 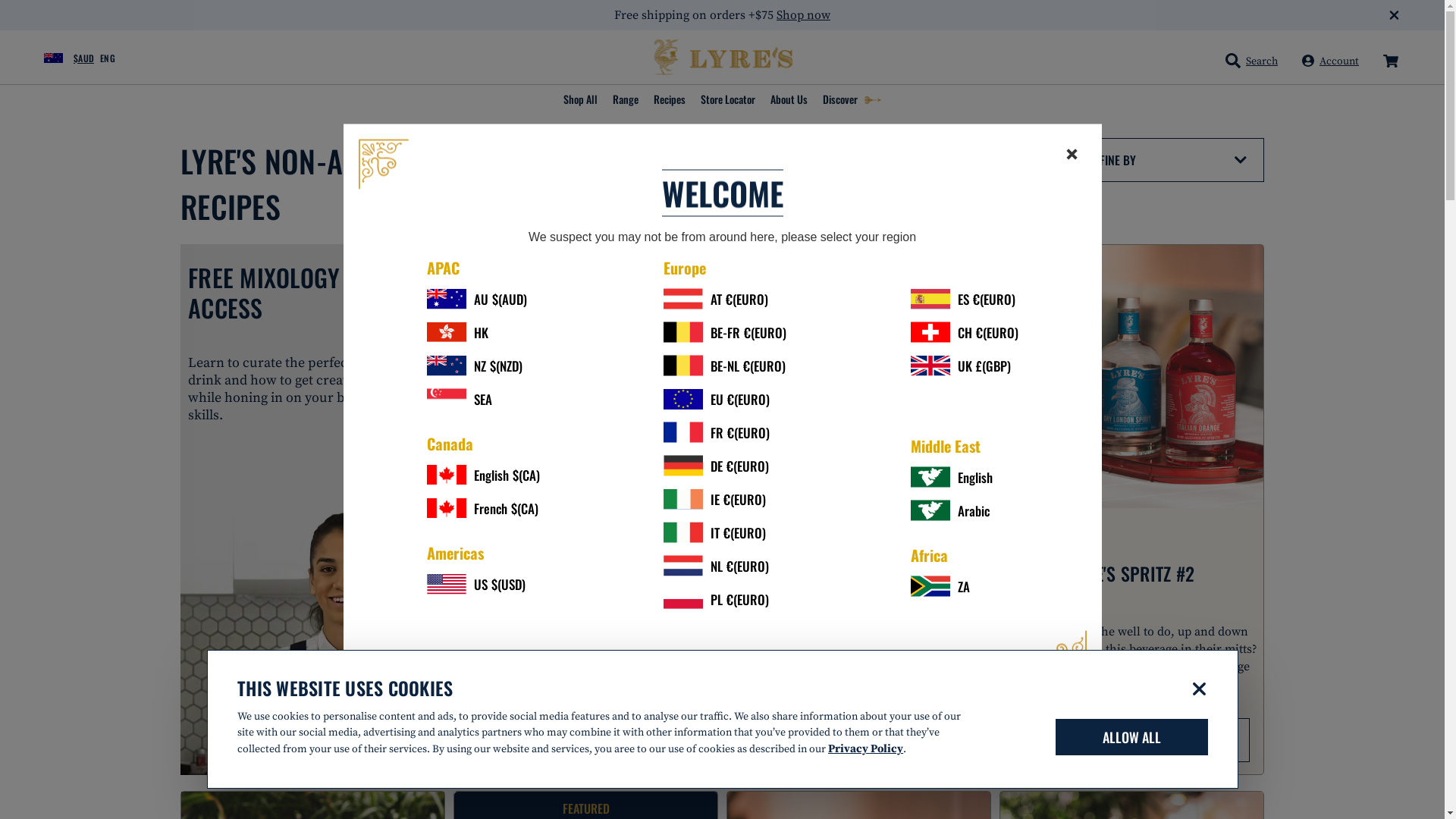 What do you see at coordinates (59, 56) in the screenshot?
I see `'$AUD'` at bounding box center [59, 56].